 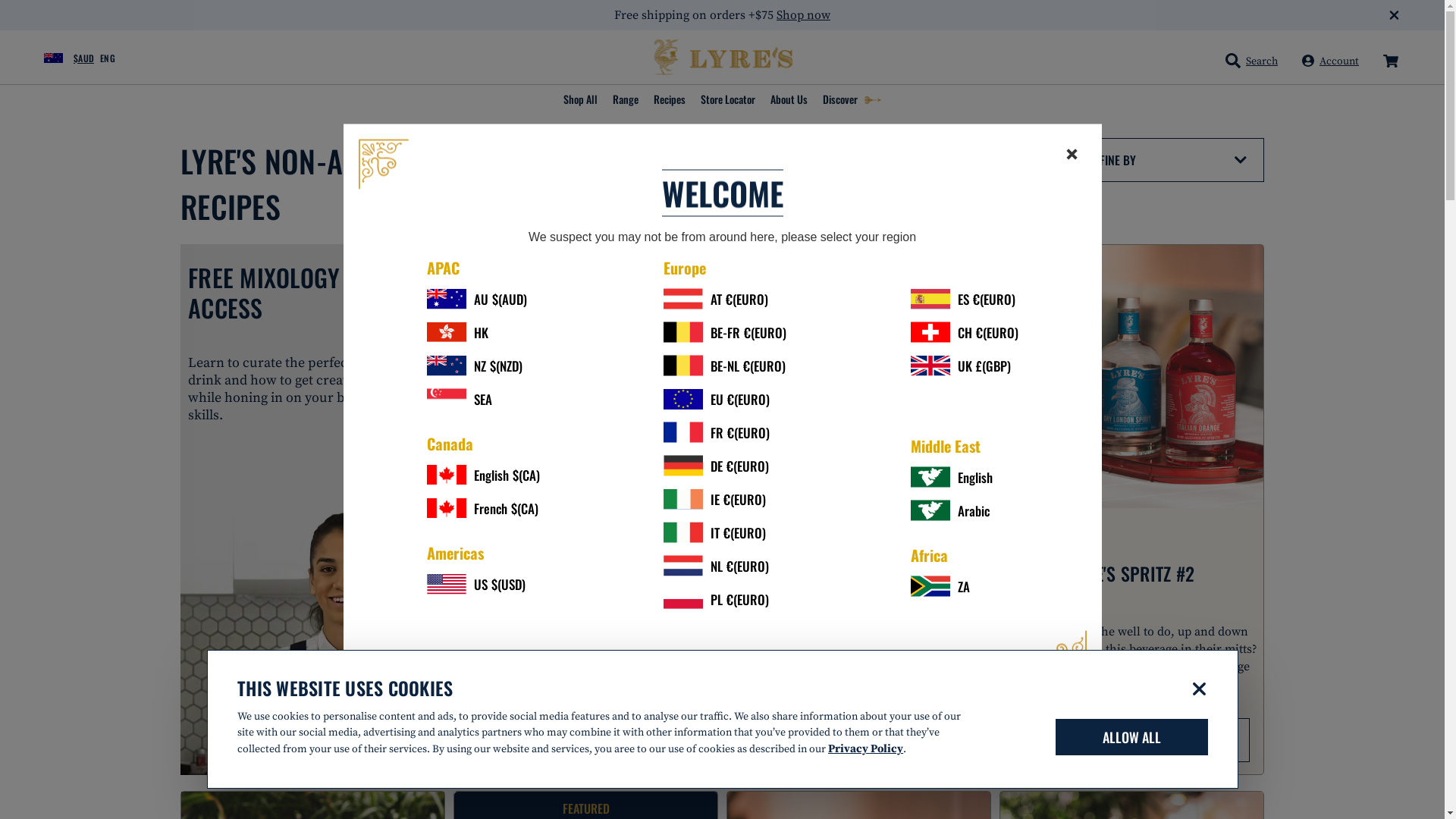 What do you see at coordinates (59, 56) in the screenshot?
I see `'$AUD'` at bounding box center [59, 56].